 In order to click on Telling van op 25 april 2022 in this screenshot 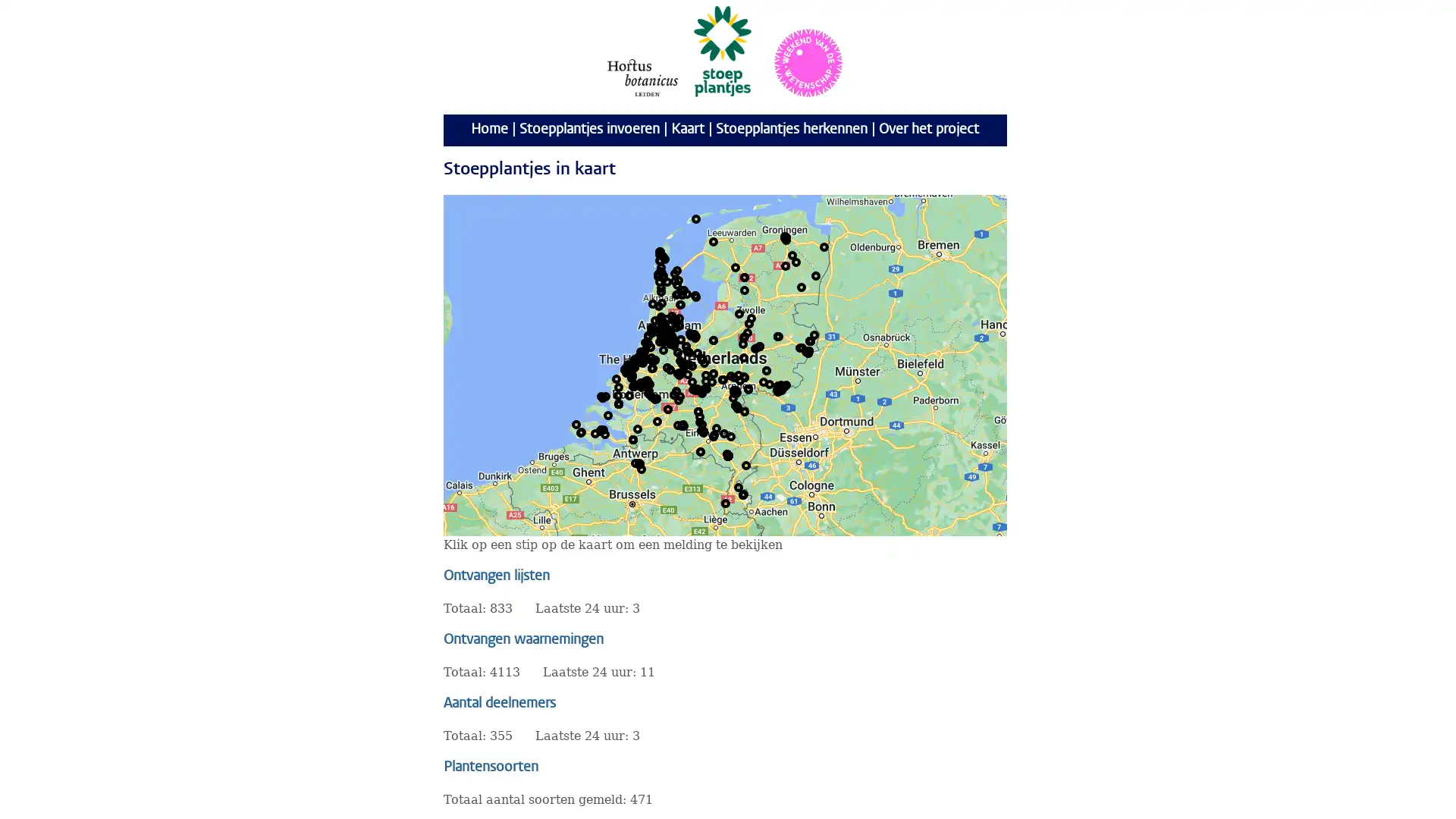, I will do `click(679, 372)`.